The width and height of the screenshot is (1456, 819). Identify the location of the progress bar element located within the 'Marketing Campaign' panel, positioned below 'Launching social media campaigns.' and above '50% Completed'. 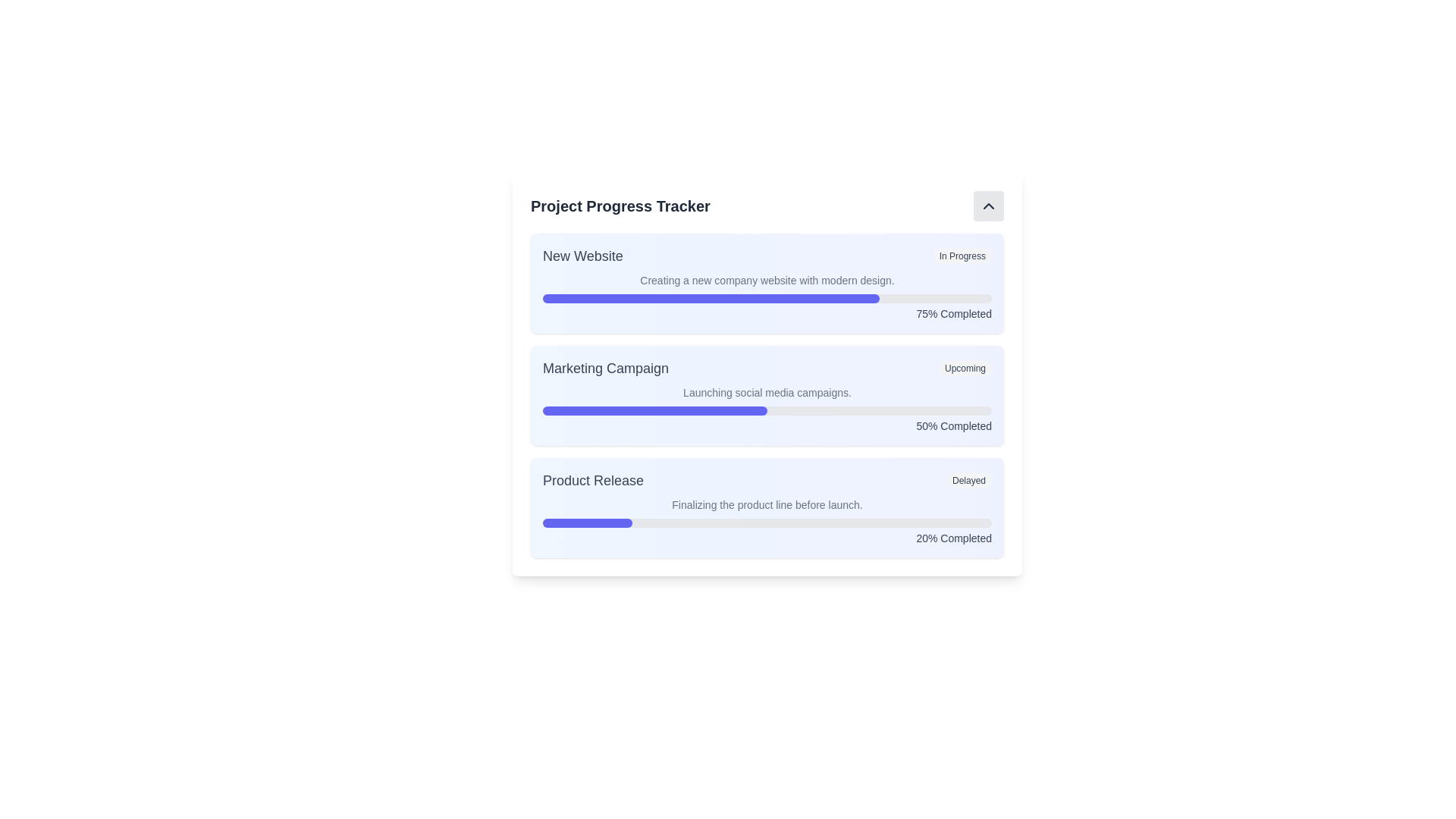
(767, 411).